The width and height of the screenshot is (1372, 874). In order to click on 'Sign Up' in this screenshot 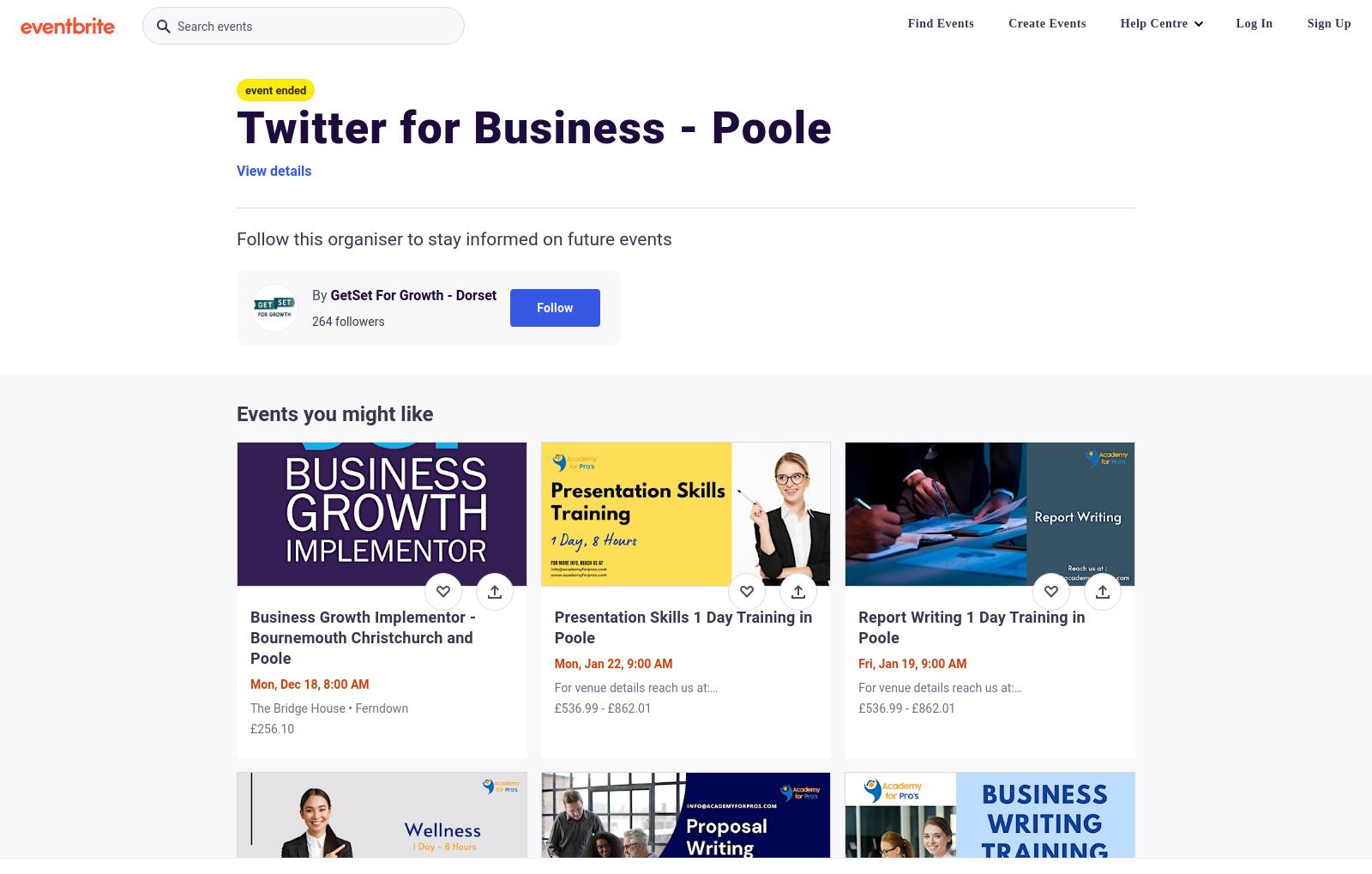, I will do `click(1329, 22)`.